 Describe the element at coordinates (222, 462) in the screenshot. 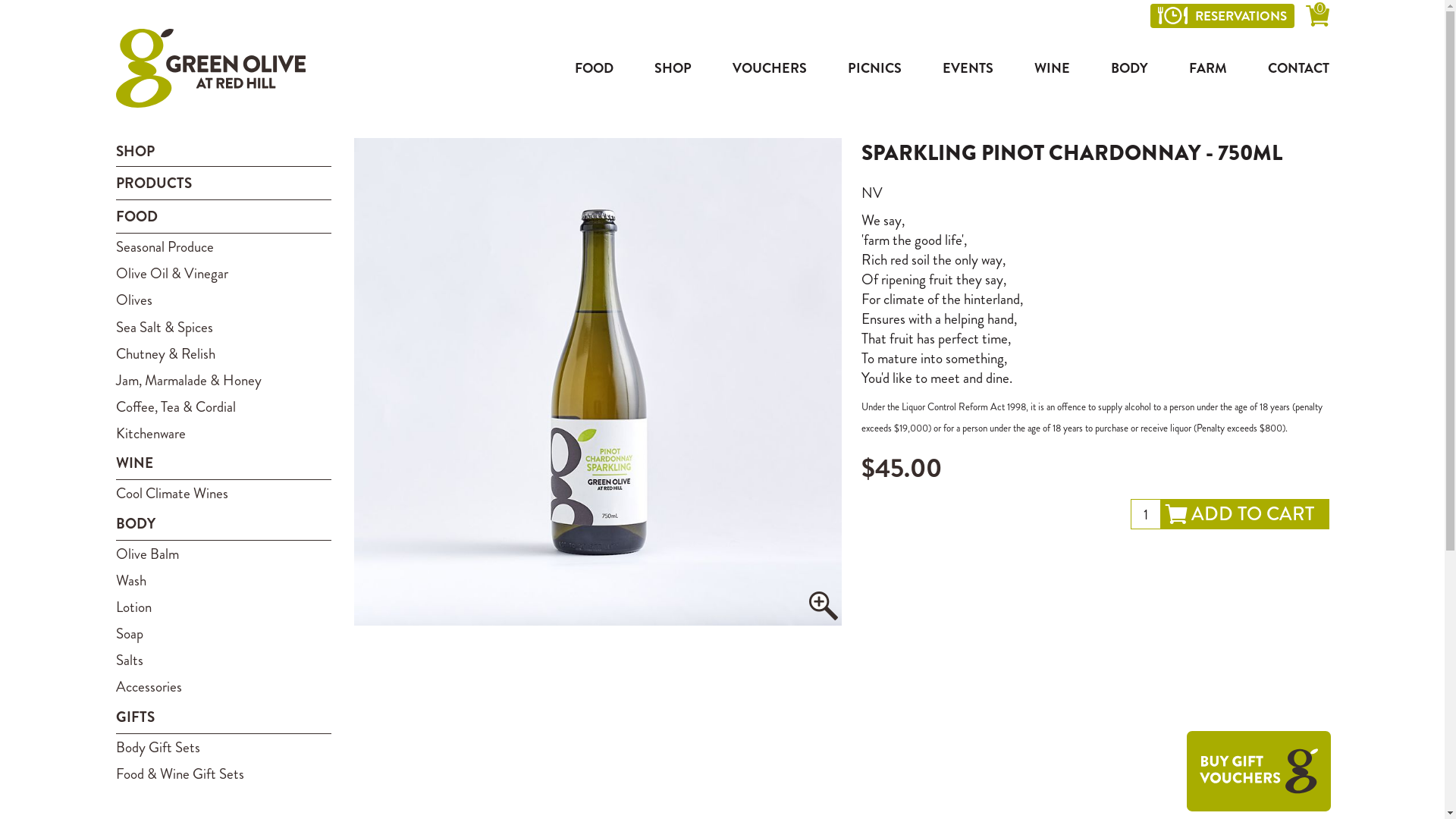

I see `'WINE'` at that location.